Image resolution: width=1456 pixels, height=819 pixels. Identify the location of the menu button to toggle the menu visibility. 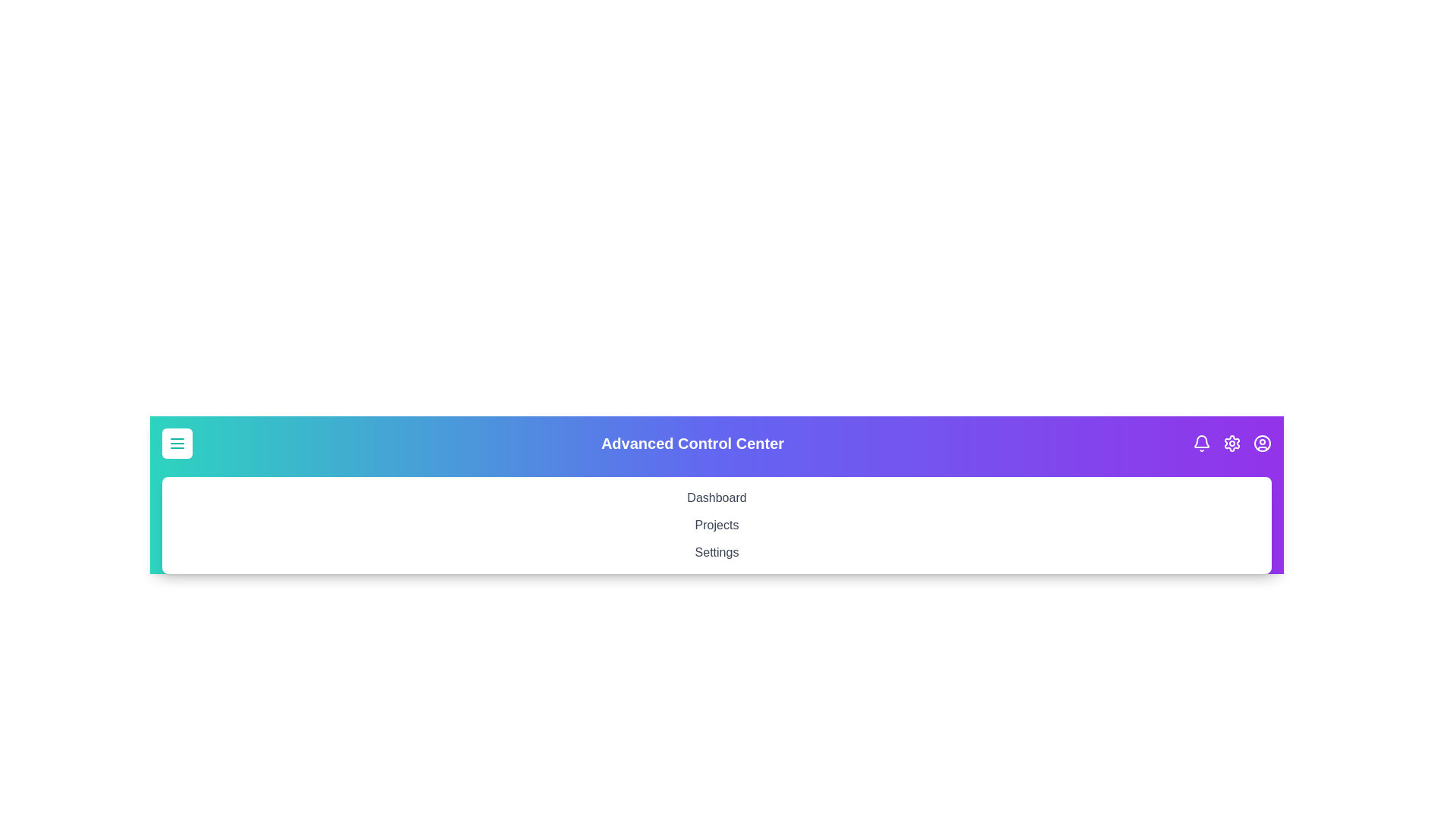
(177, 444).